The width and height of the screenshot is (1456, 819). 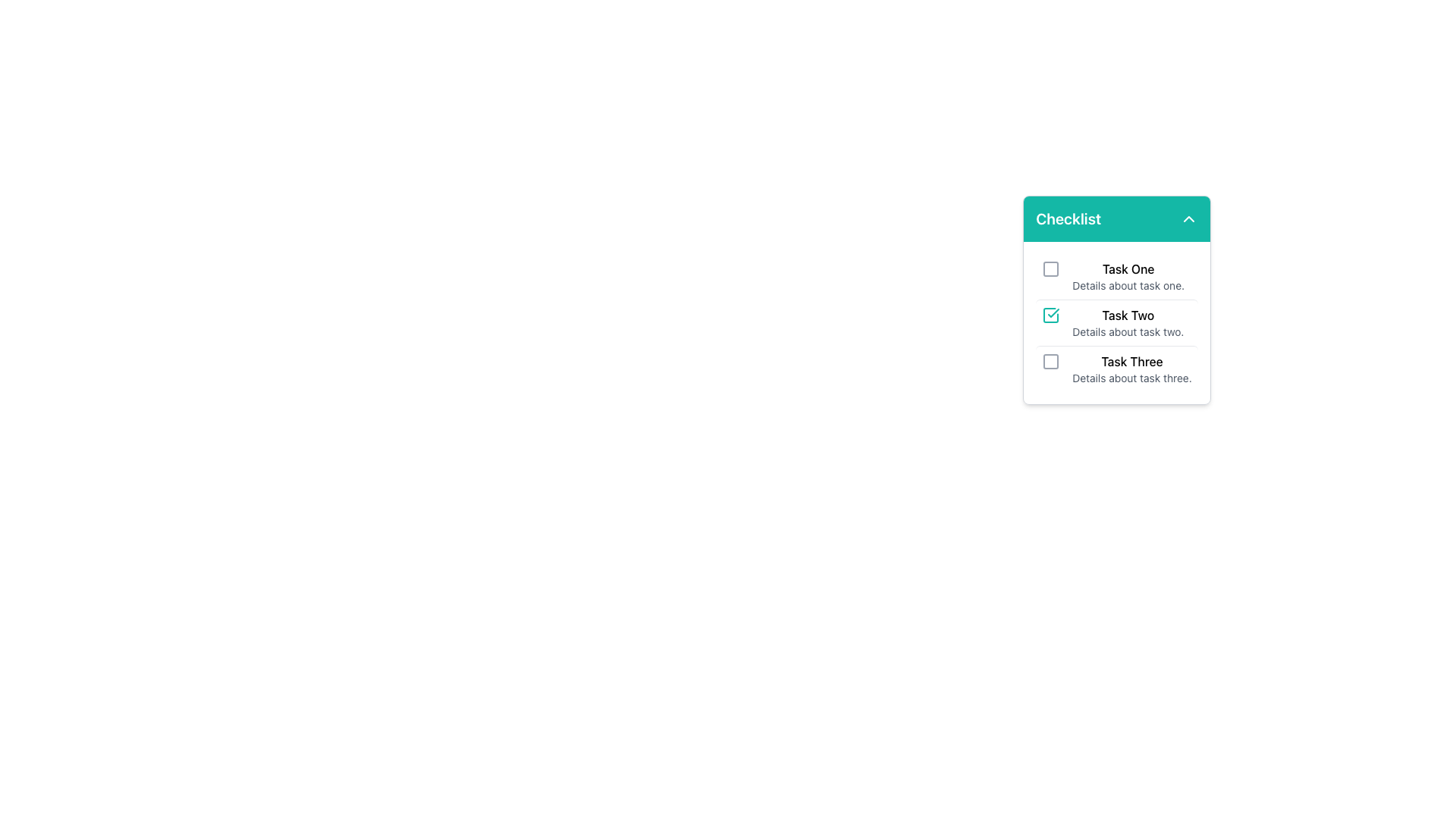 What do you see at coordinates (1117, 277) in the screenshot?
I see `keyboard navigation` at bounding box center [1117, 277].